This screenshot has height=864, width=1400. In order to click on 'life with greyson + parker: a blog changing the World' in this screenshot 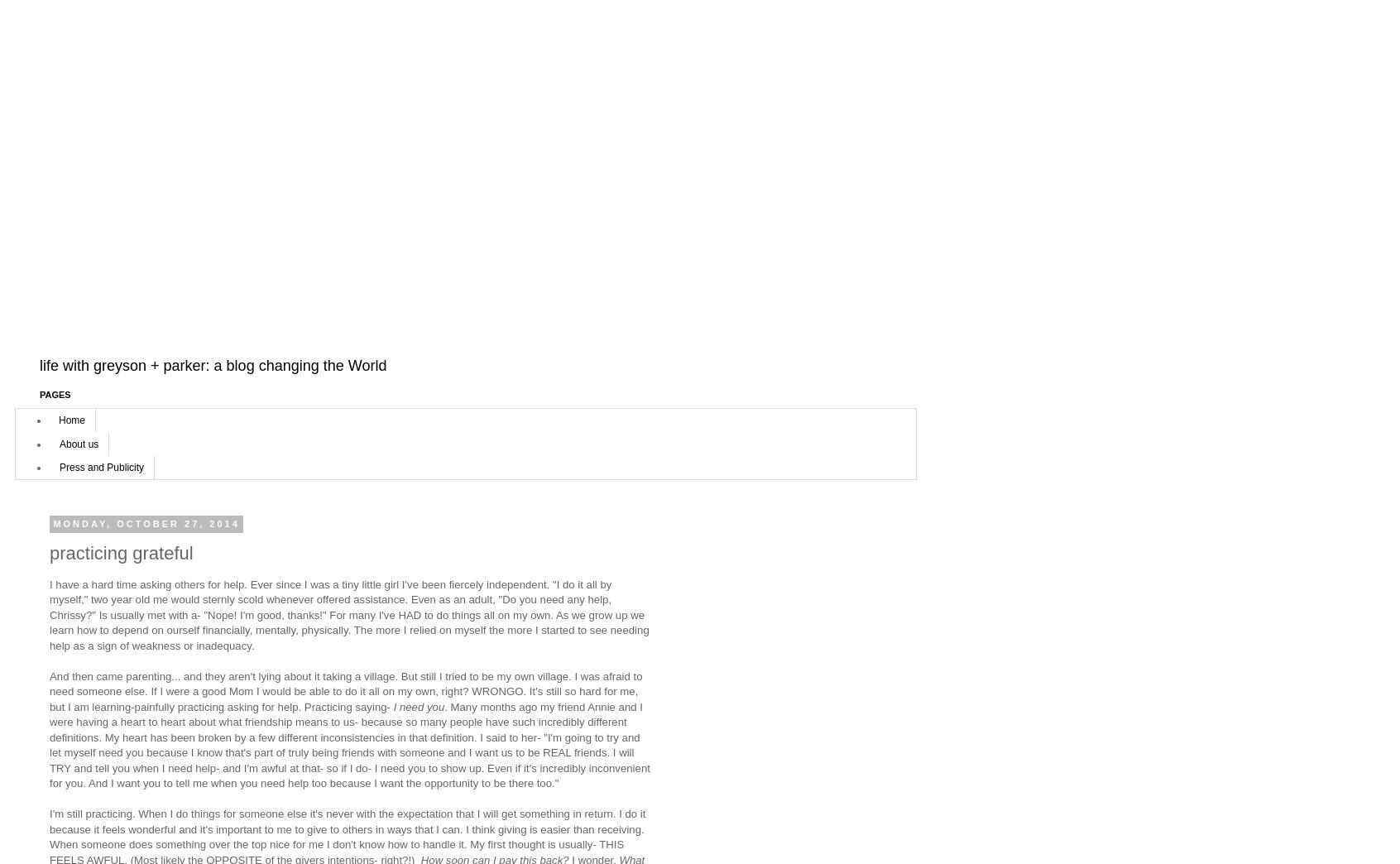, I will do `click(213, 365)`.